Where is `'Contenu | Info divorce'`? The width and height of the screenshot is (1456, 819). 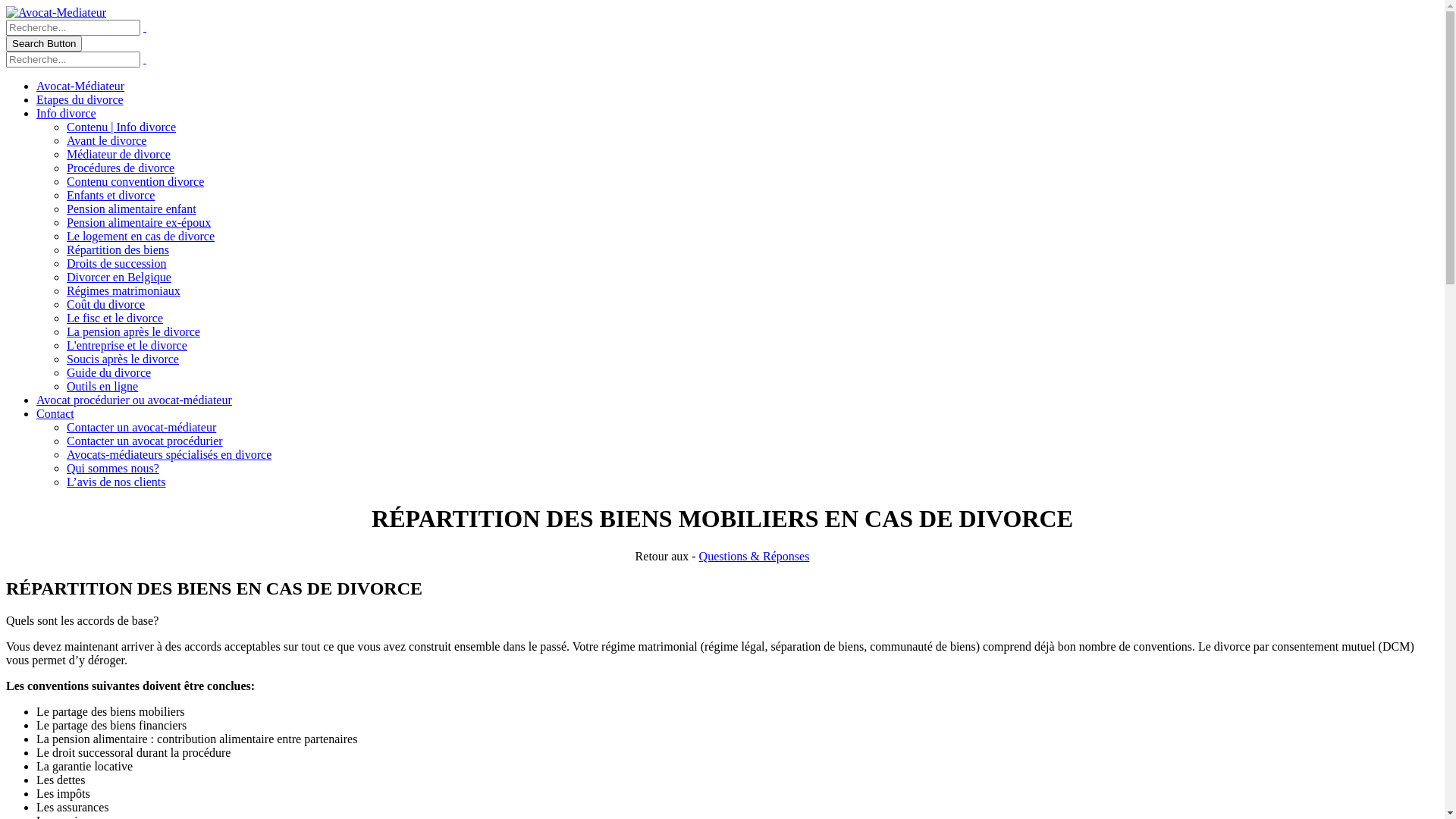
'Contenu | Info divorce' is located at coordinates (120, 126).